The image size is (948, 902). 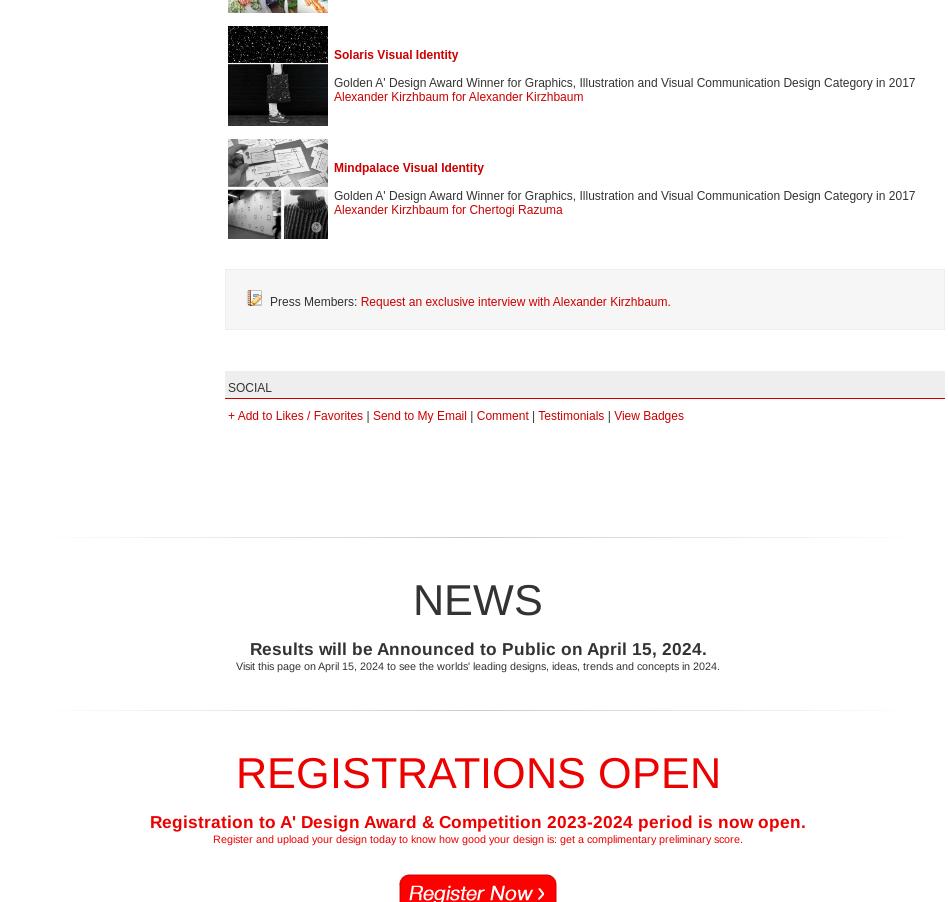 I want to click on 'SOCIAL', so click(x=226, y=388).